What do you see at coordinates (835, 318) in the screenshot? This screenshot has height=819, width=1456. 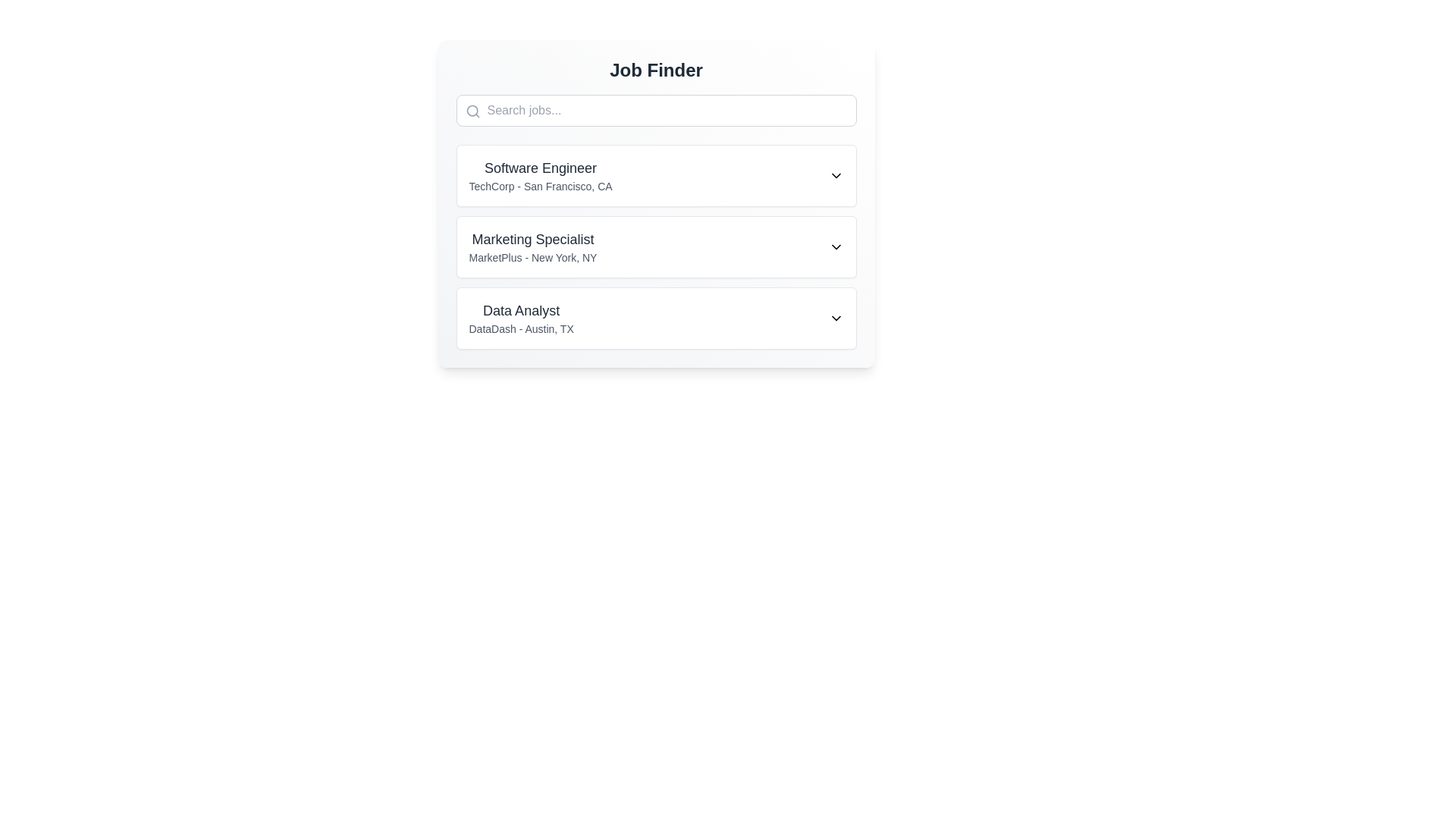 I see `the chevron icon located to the far right of the 'Data Analyst' listing` at bounding box center [835, 318].